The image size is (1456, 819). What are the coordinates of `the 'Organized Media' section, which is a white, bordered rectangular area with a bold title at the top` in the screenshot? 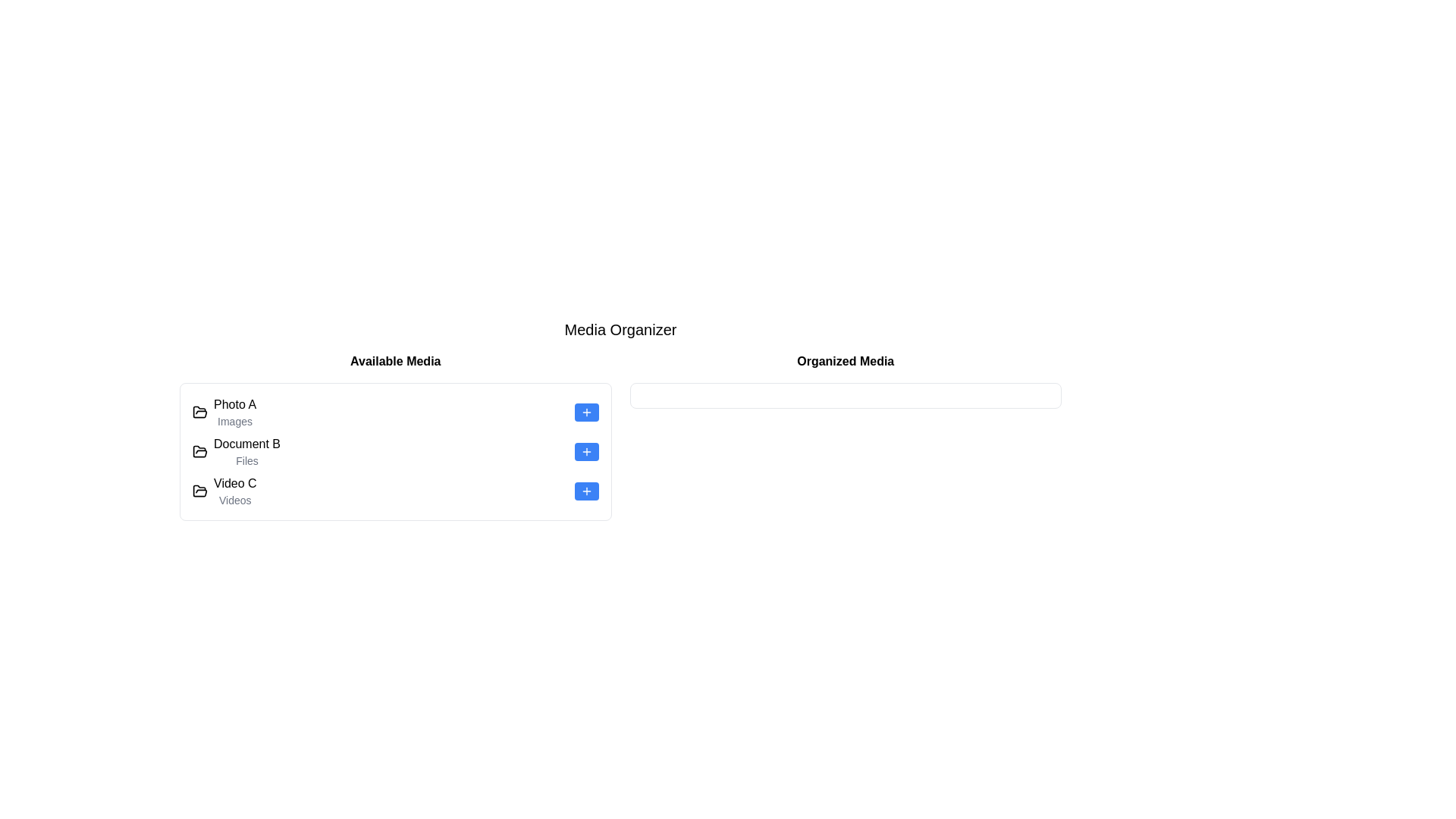 It's located at (845, 436).